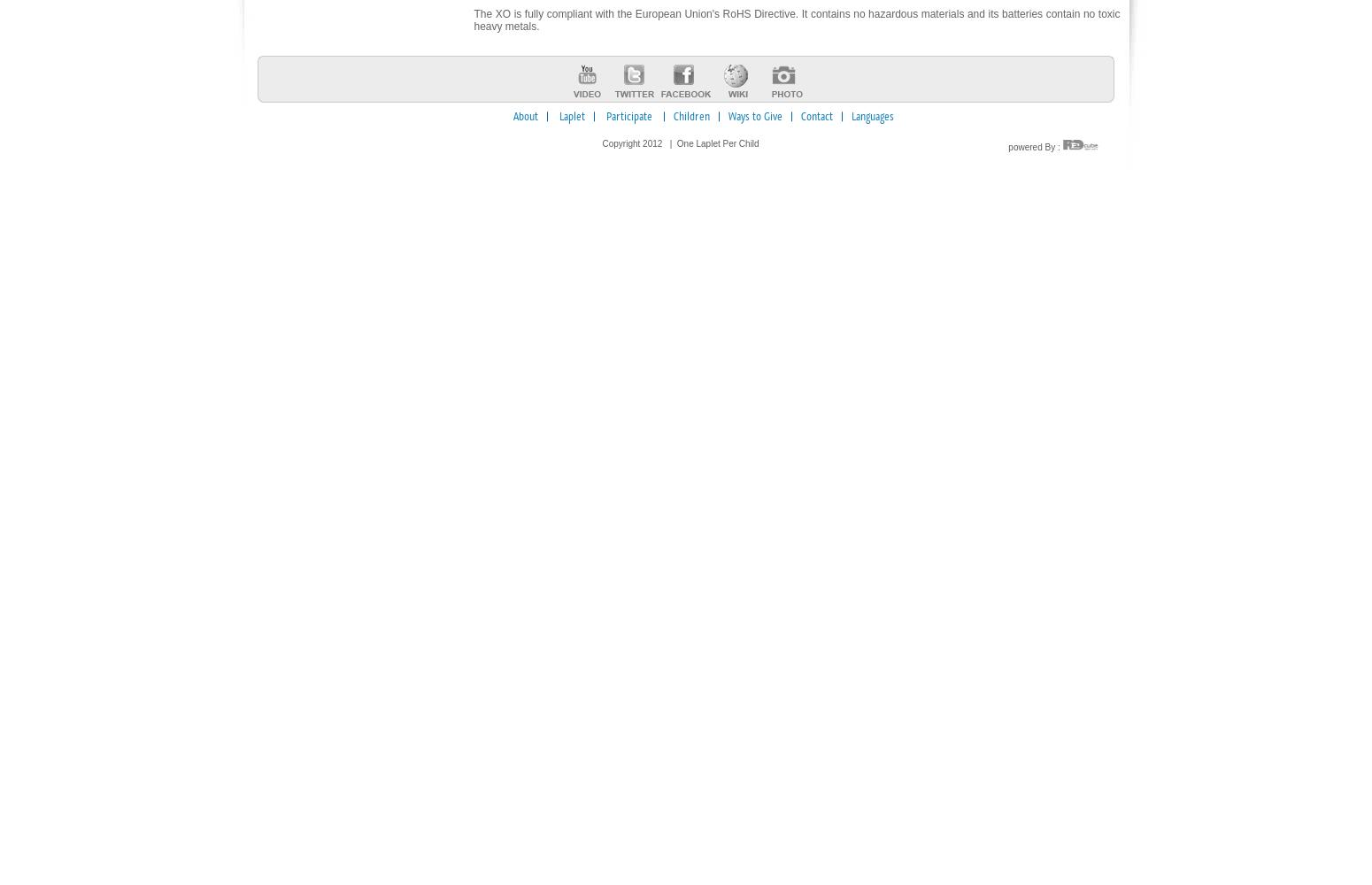 This screenshot has height=885, width=1372. What do you see at coordinates (680, 143) in the screenshot?
I see `'Copyright 2012     |  One Laplet Per Child'` at bounding box center [680, 143].